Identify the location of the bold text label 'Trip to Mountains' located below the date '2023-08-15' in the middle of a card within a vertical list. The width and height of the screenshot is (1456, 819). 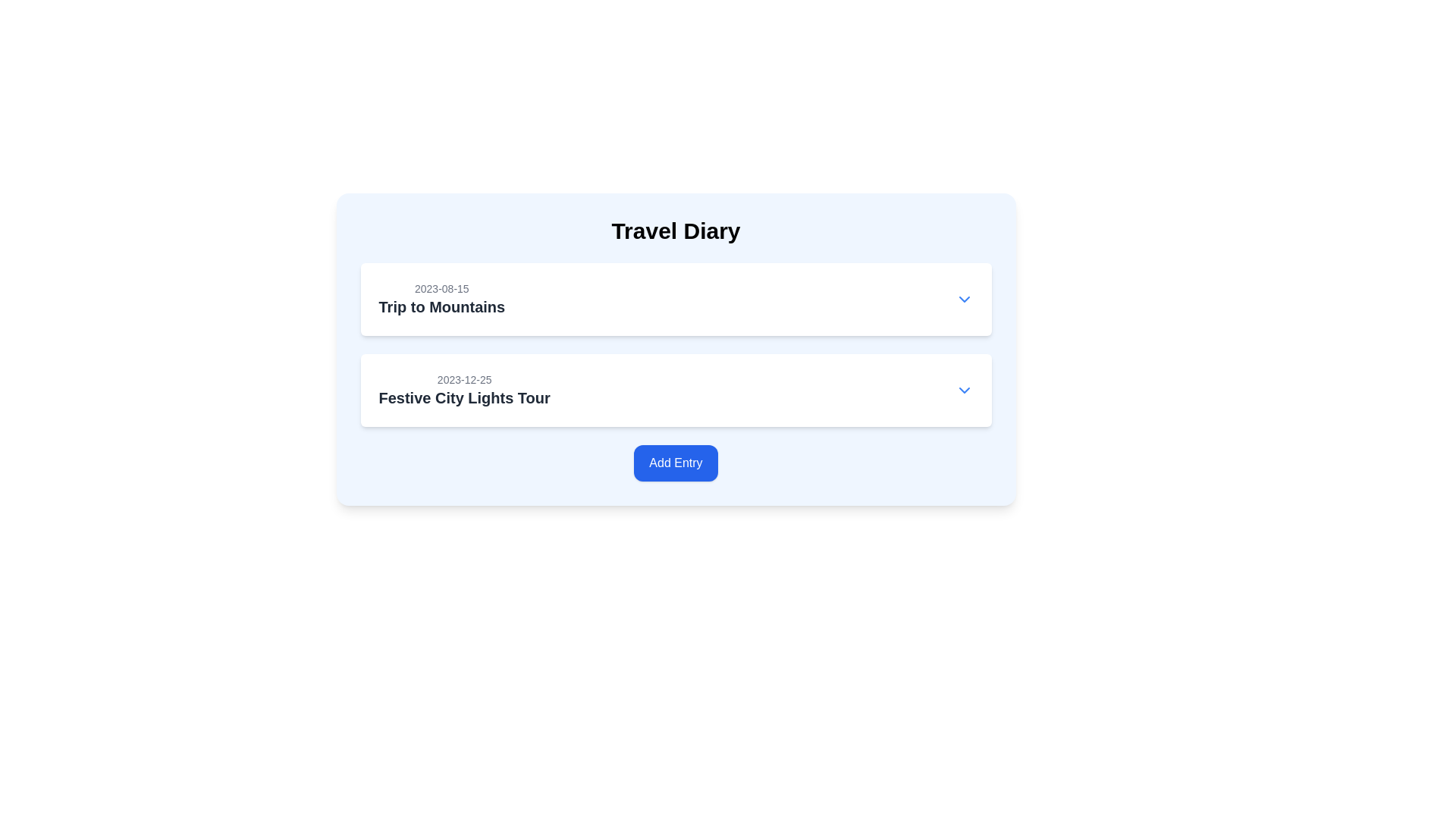
(441, 307).